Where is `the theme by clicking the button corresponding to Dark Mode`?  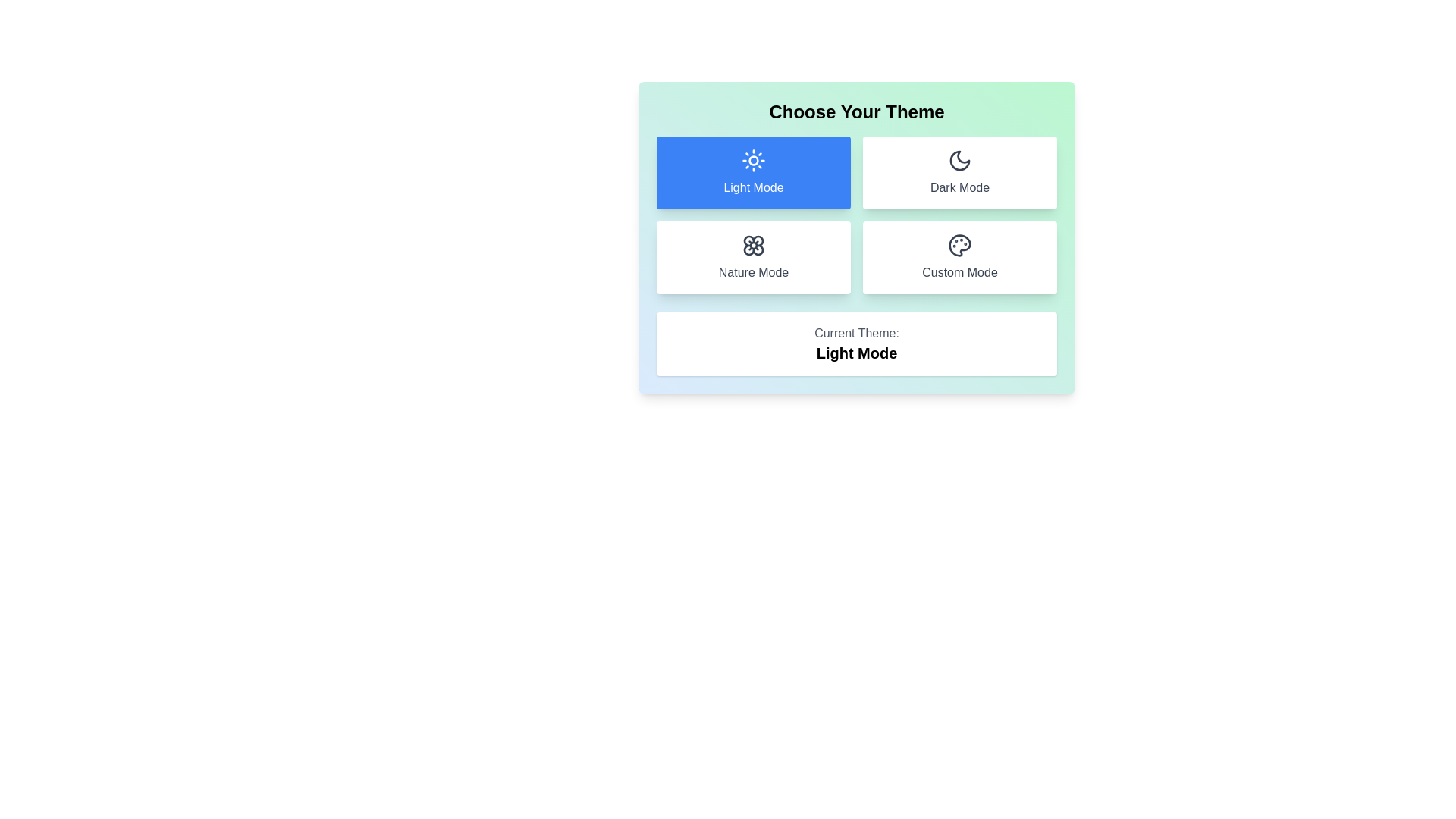 the theme by clicking the button corresponding to Dark Mode is located at coordinates (959, 171).